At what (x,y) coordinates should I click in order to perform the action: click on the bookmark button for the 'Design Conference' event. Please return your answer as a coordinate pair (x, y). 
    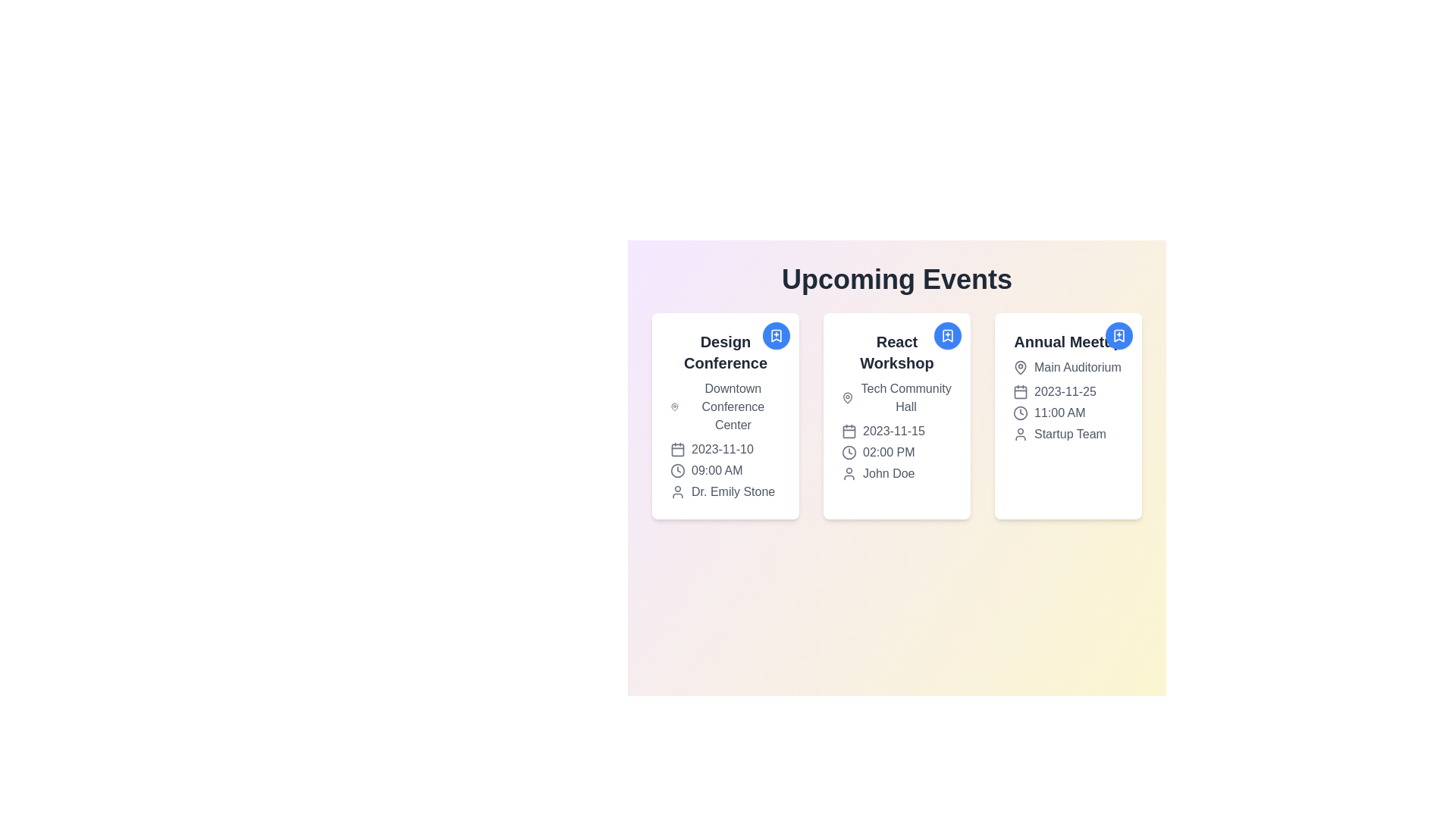
    Looking at the image, I should click on (776, 335).